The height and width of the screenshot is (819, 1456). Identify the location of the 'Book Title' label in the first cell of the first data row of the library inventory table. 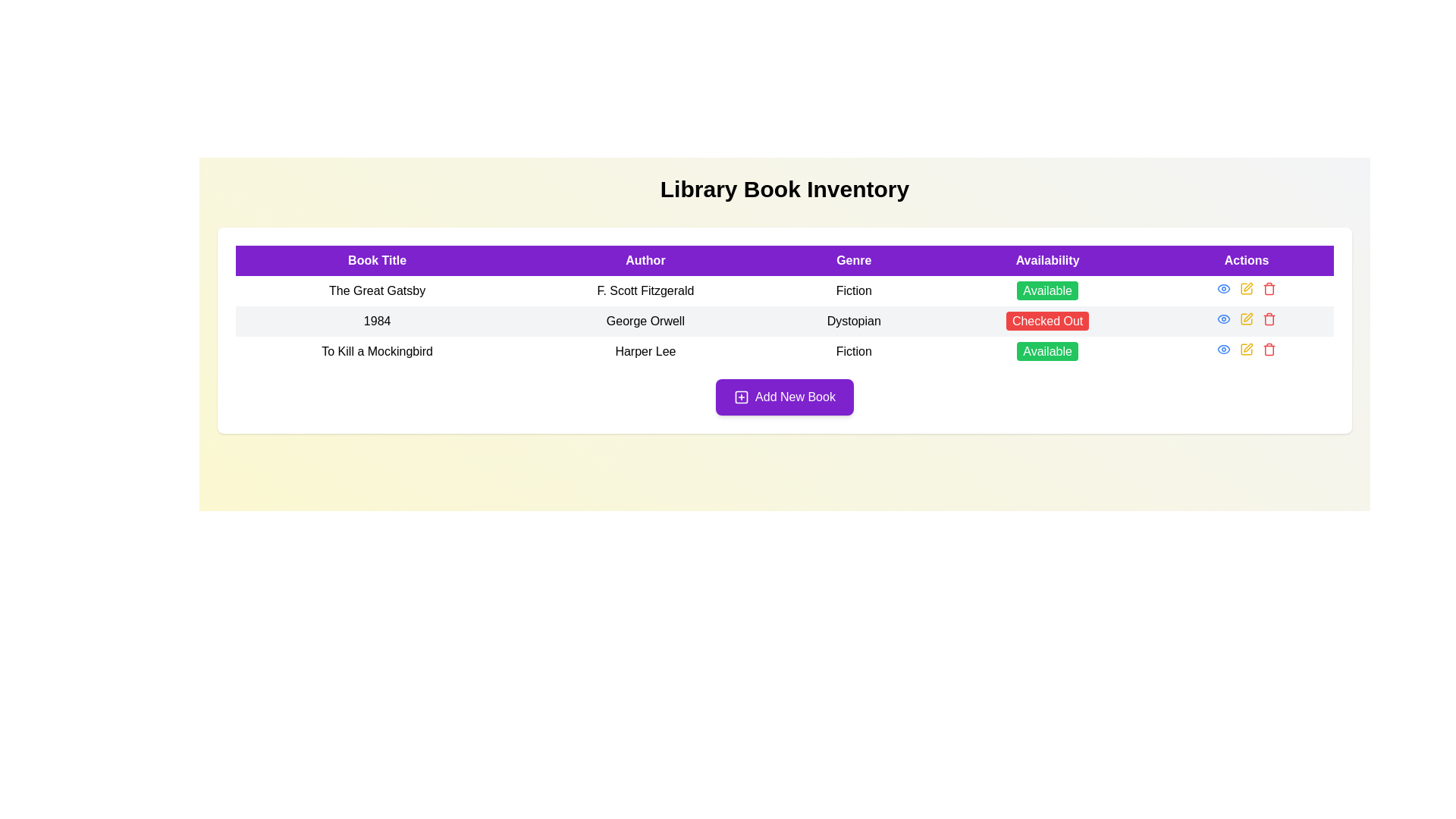
(377, 291).